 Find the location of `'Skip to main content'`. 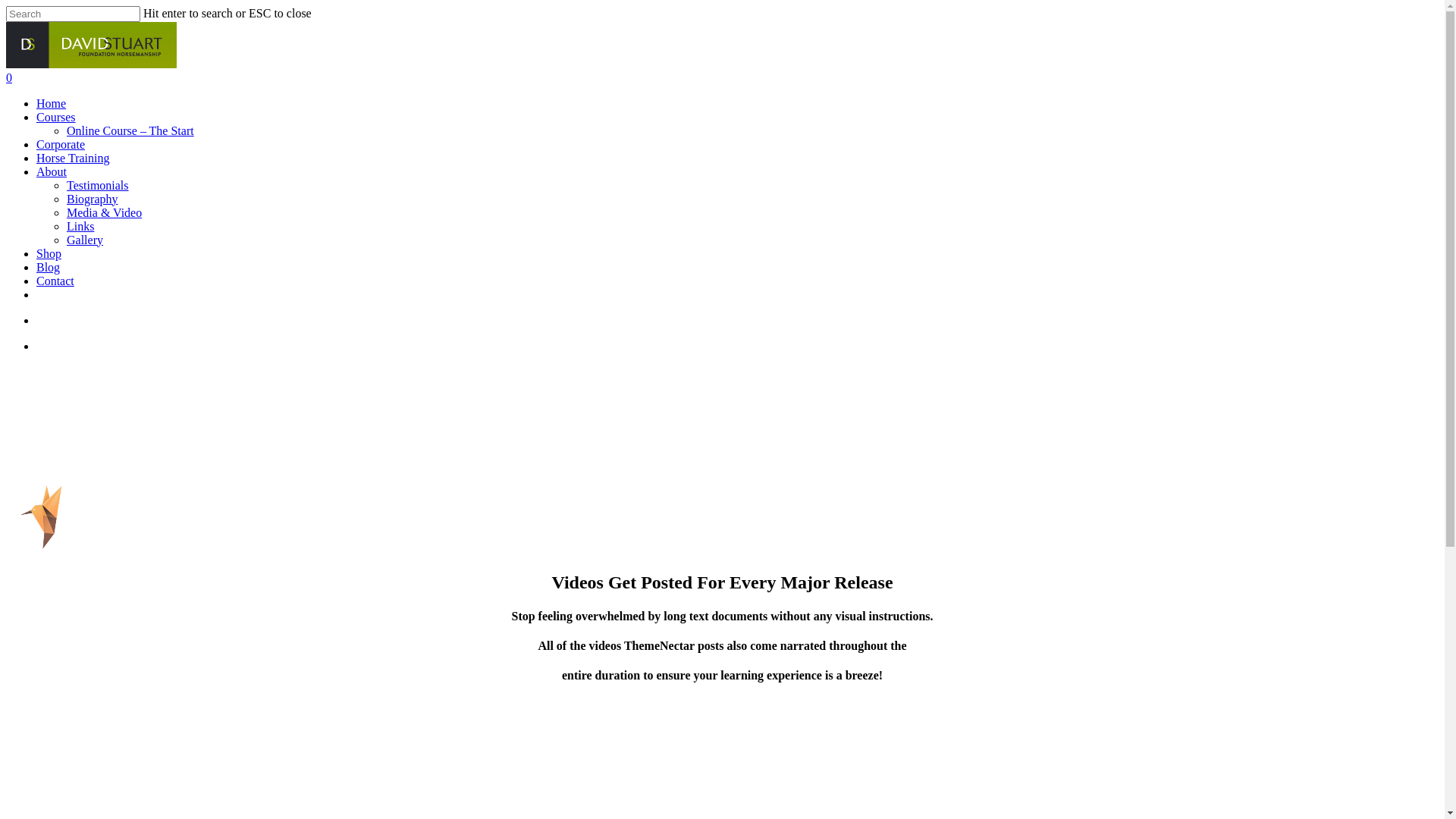

'Skip to main content' is located at coordinates (5, 5).